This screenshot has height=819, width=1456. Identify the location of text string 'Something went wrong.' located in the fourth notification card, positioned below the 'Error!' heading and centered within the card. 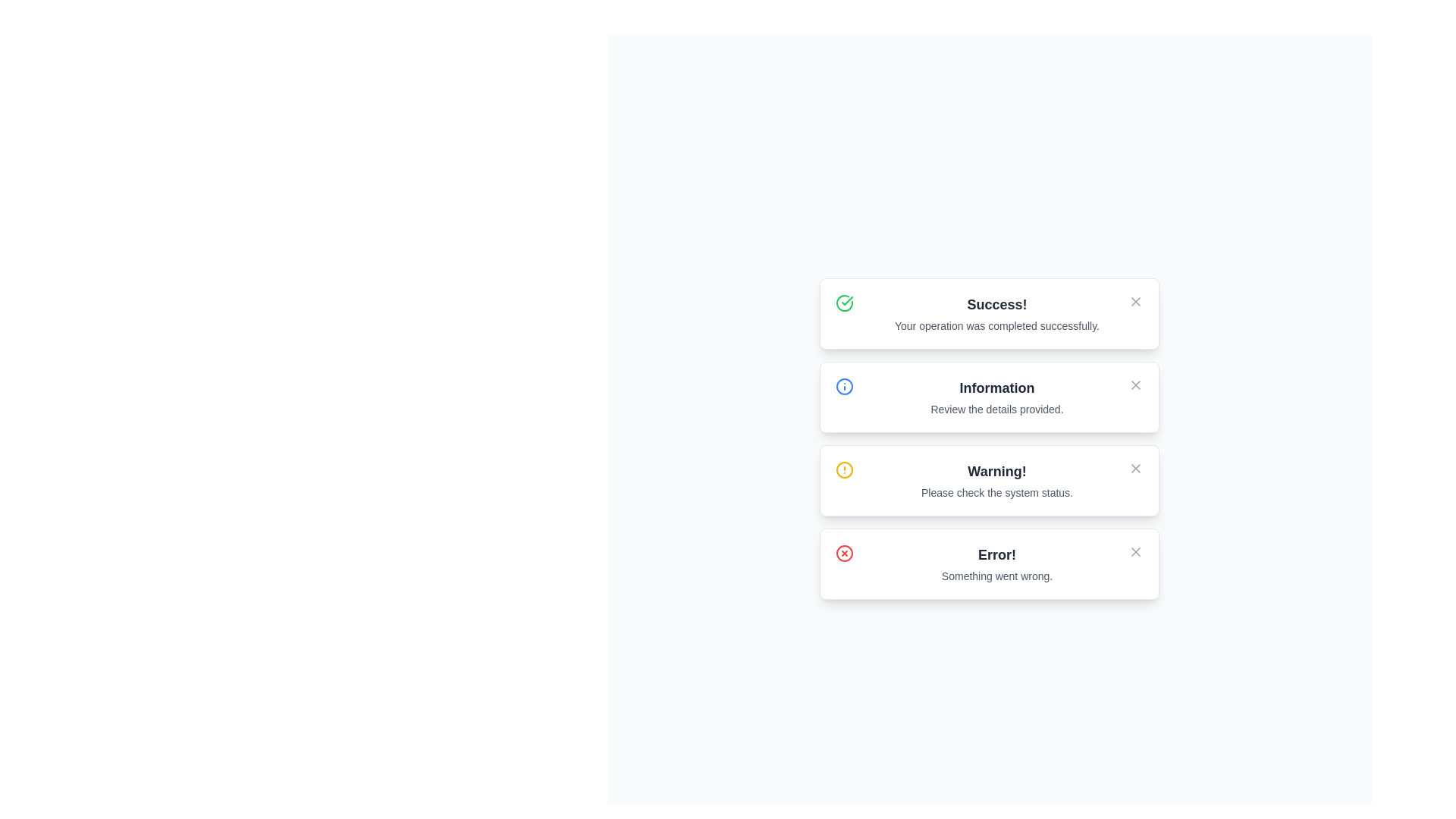
(997, 576).